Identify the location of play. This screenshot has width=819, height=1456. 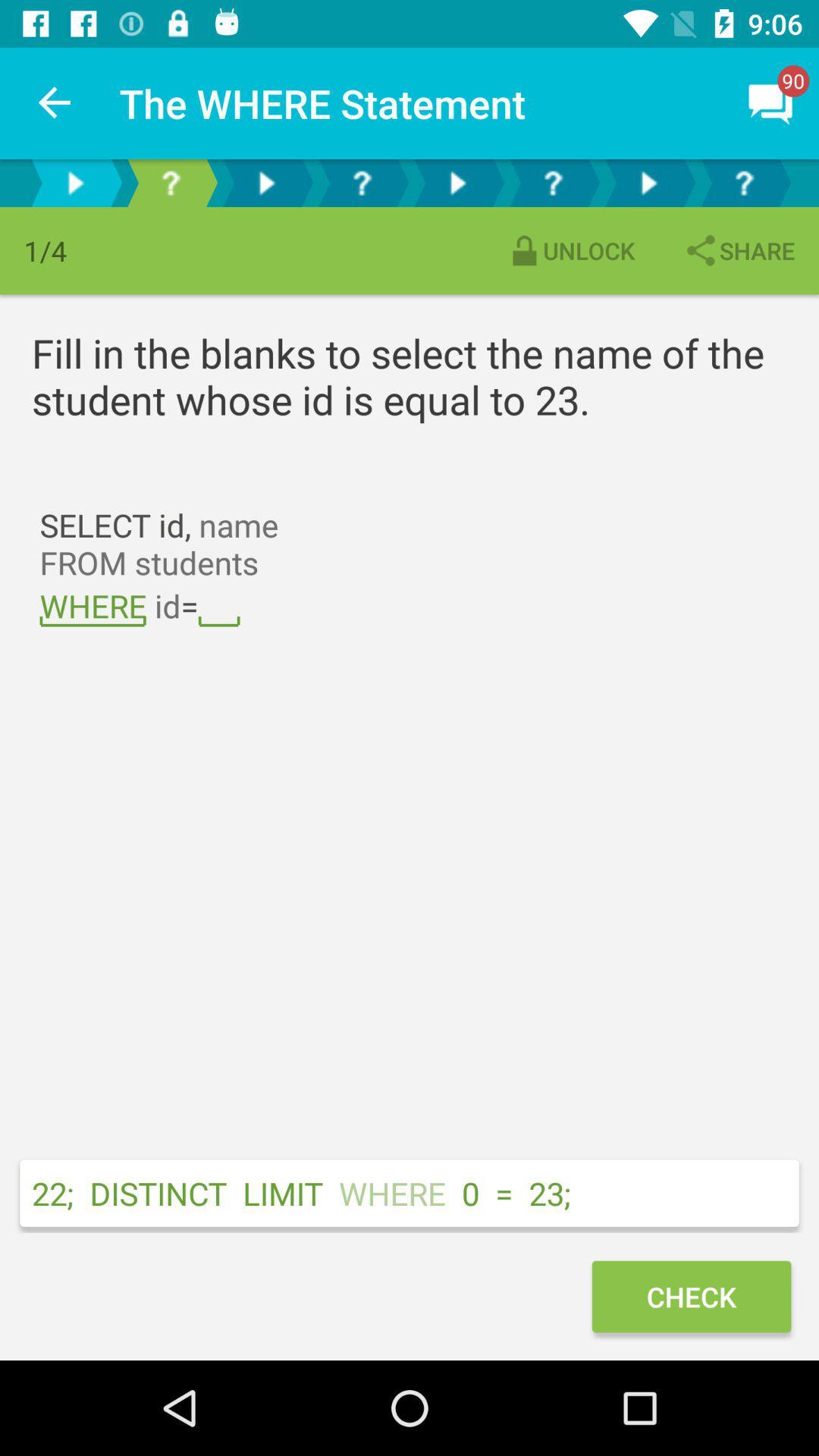
(456, 182).